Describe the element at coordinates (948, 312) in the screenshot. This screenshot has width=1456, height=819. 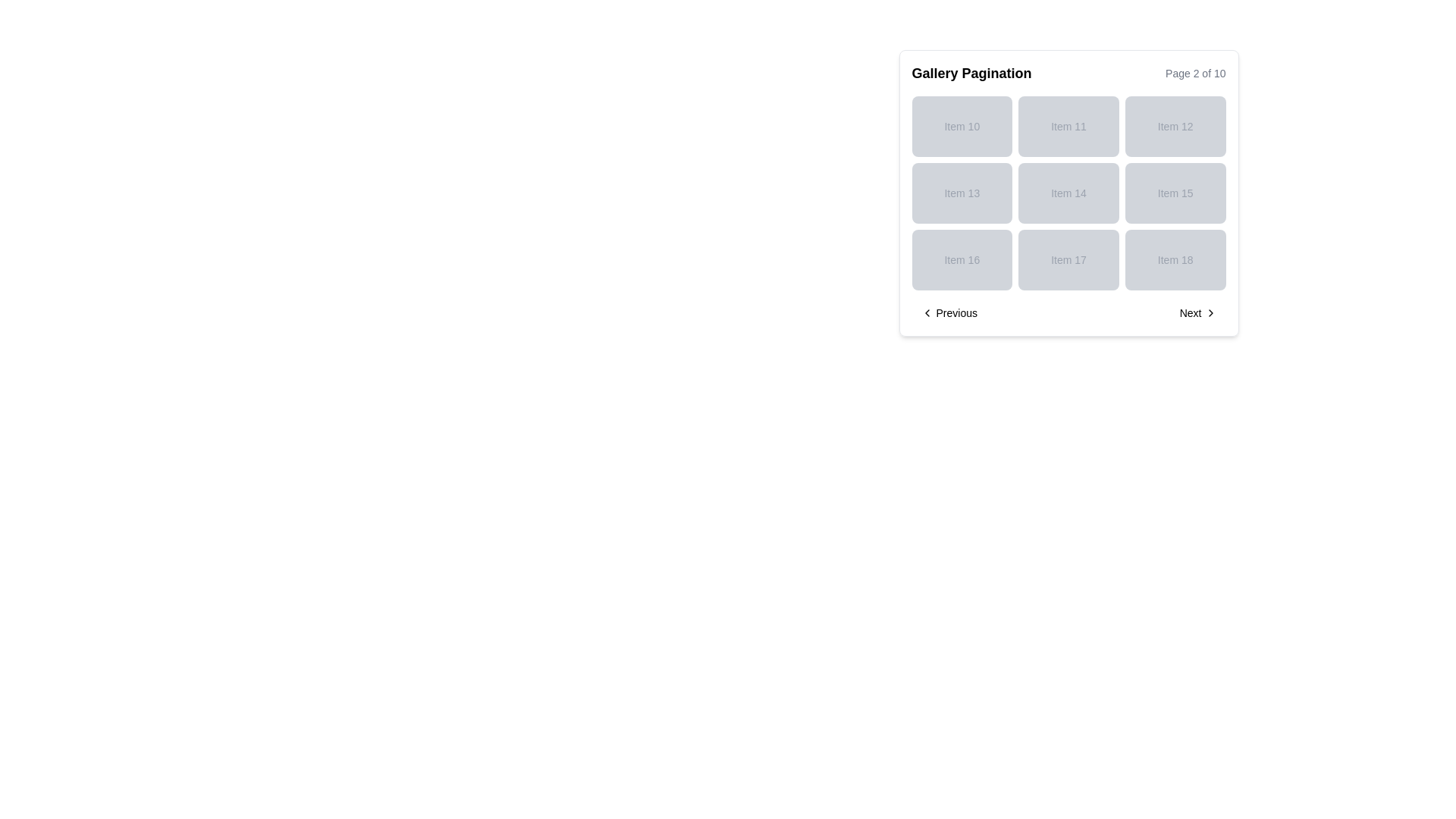
I see `the navigation button located in the bottom left corner of the main display box` at that location.